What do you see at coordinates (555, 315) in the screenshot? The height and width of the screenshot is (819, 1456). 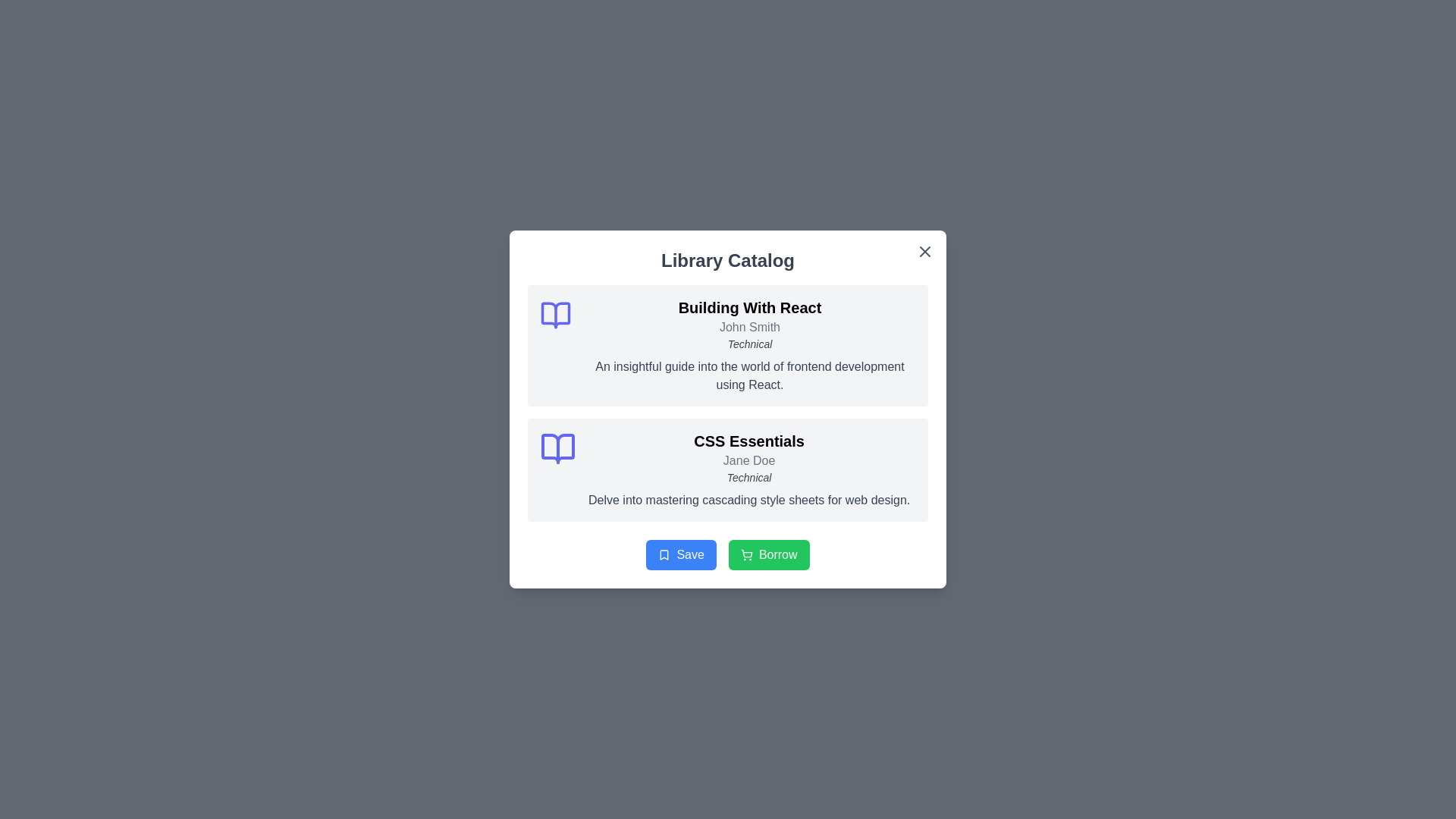 I see `the open book icon with a blue hue located in the top-left corner of the card containing the 'Building With React' title and 'John Smith' subtitle` at bounding box center [555, 315].